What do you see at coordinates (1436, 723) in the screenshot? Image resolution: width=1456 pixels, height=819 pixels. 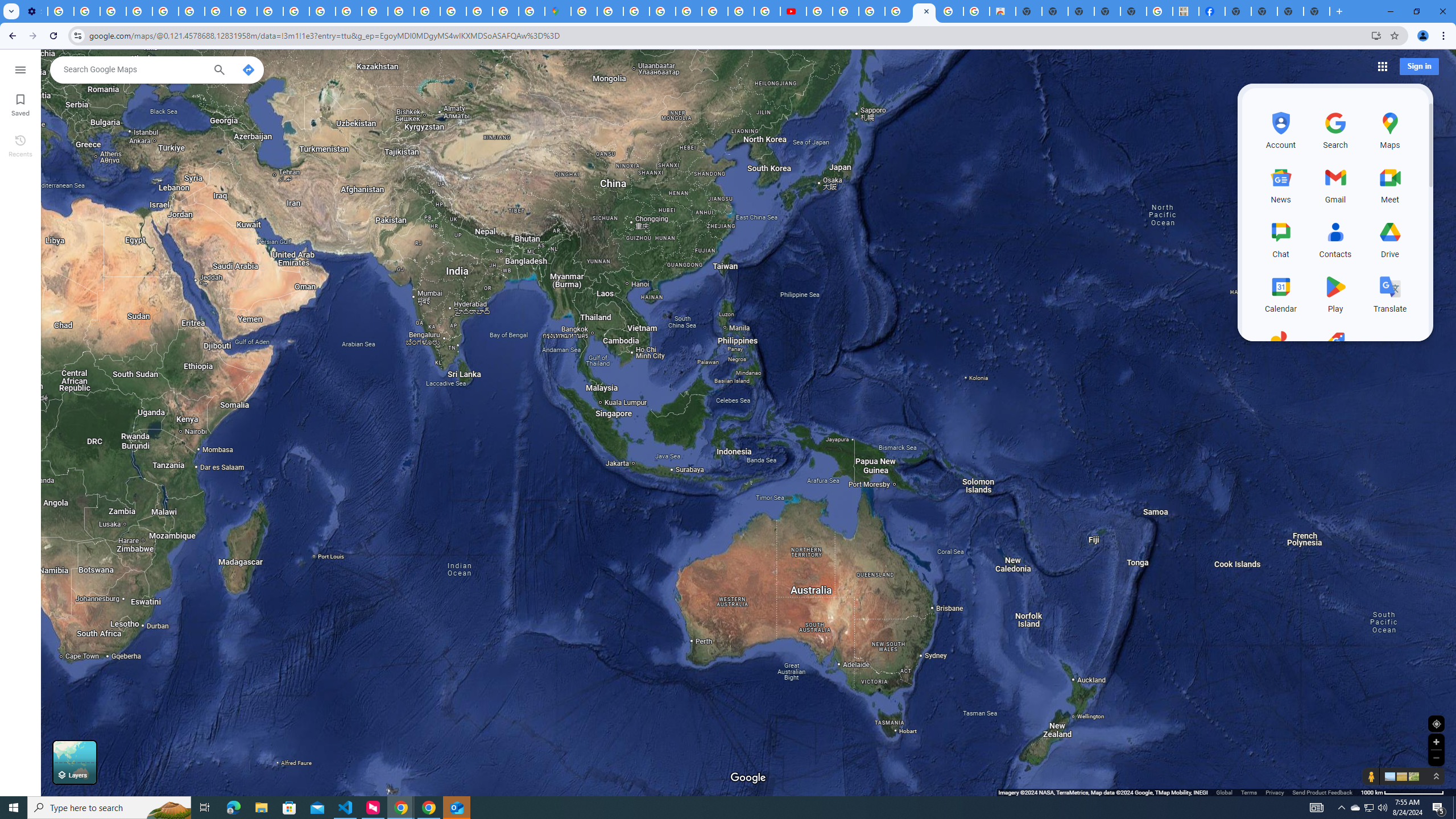 I see `'Show Your Location'` at bounding box center [1436, 723].